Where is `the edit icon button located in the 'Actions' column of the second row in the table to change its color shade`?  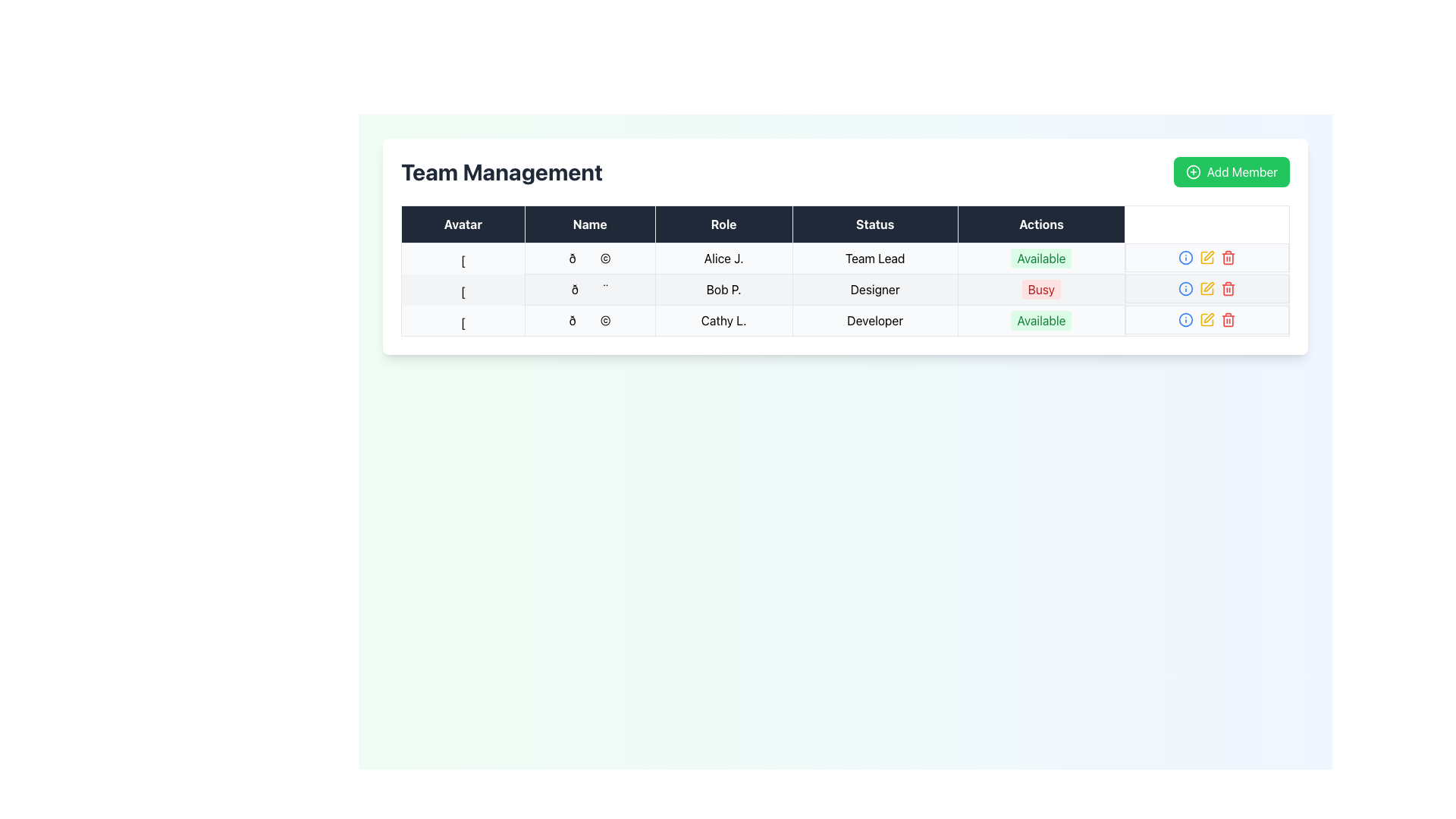 the edit icon button located in the 'Actions' column of the second row in the table to change its color shade is located at coordinates (1207, 256).